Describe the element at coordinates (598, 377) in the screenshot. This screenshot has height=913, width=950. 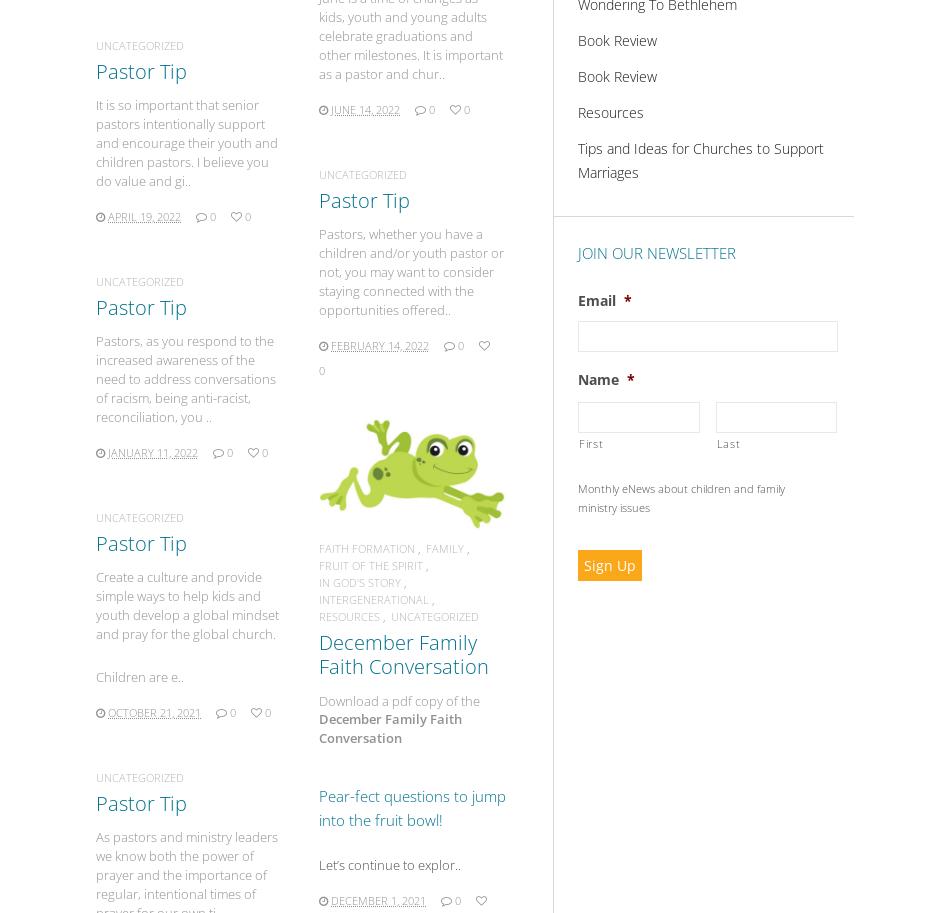
I see `'Name'` at that location.